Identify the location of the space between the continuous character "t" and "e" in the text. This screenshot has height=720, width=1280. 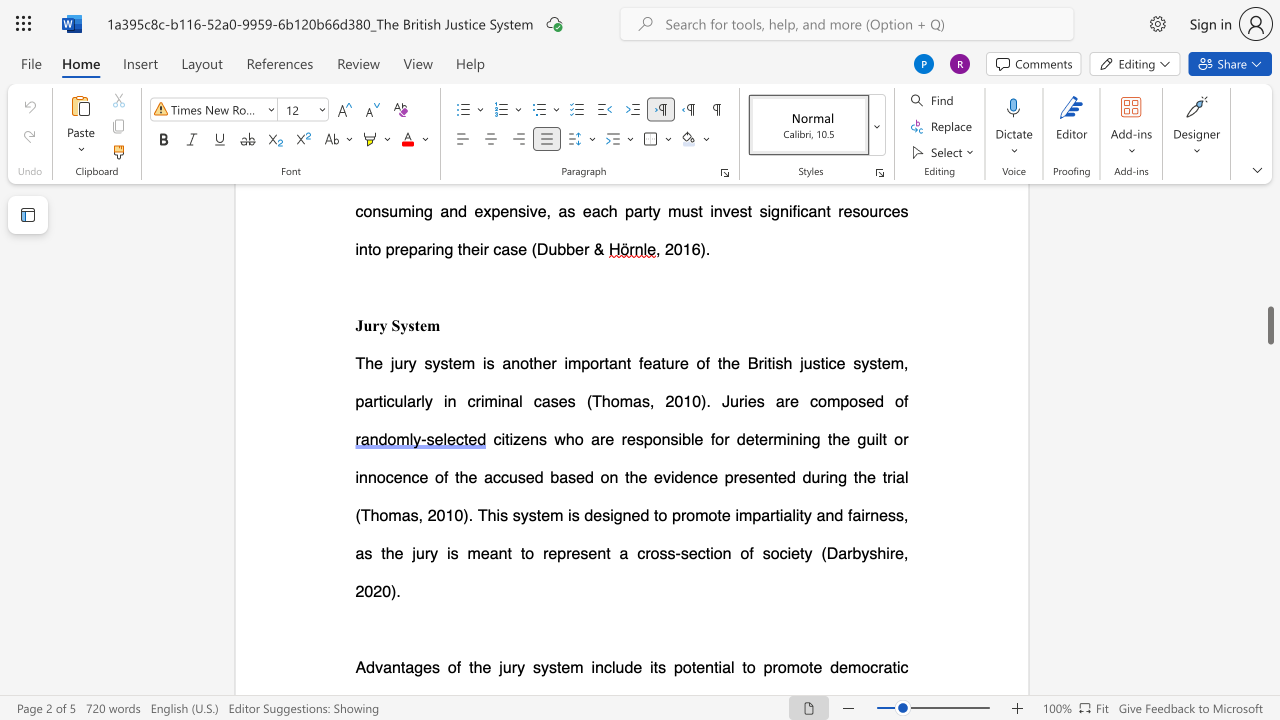
(759, 438).